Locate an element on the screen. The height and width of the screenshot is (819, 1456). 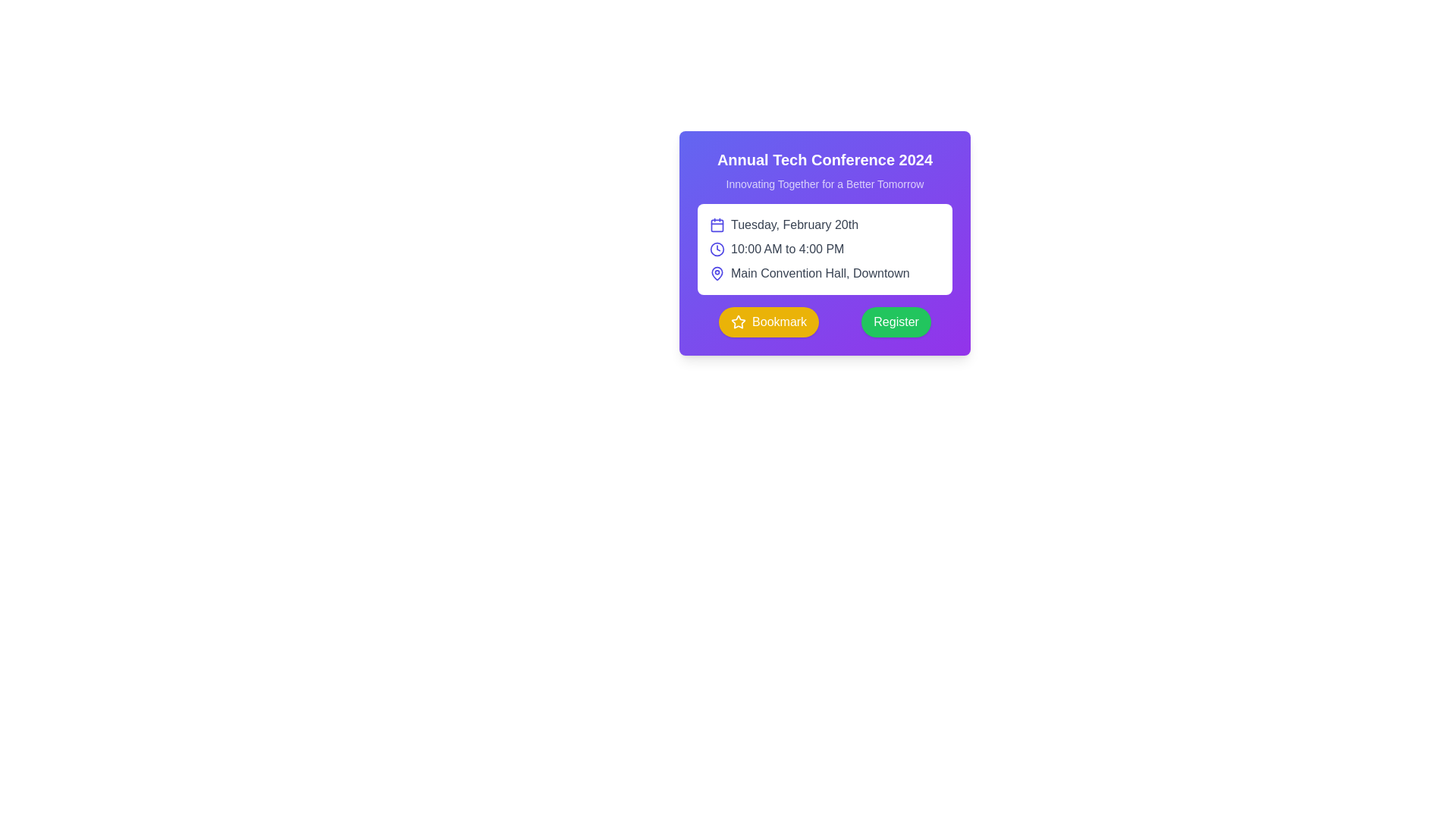
the 'Bookmark' button which displays white text on a yellow background and includes a star icon, located in the bottom-left area of a purple card UI for the 'Annual Tech Conference 2024' is located at coordinates (780, 321).